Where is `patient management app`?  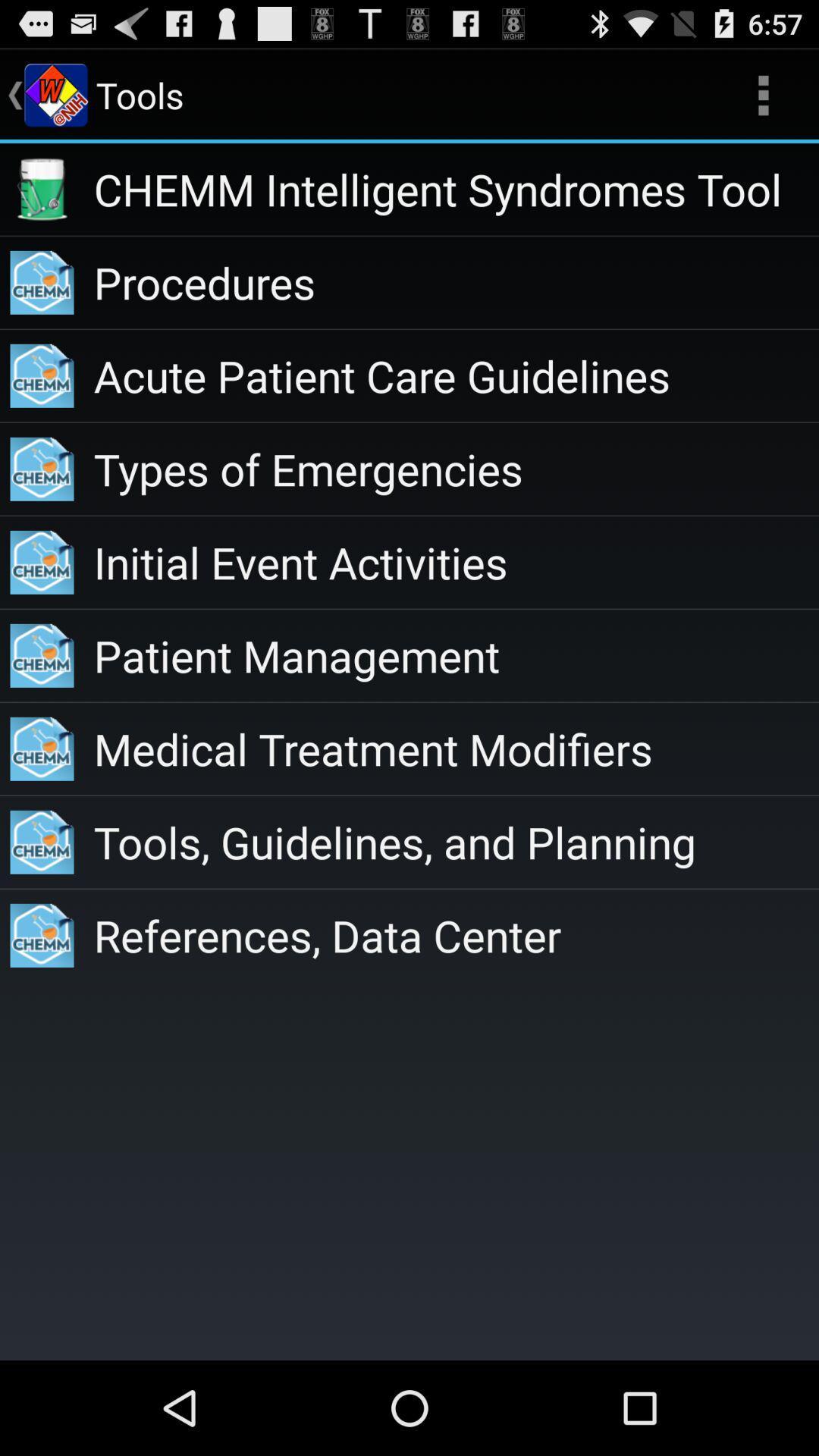
patient management app is located at coordinates (455, 655).